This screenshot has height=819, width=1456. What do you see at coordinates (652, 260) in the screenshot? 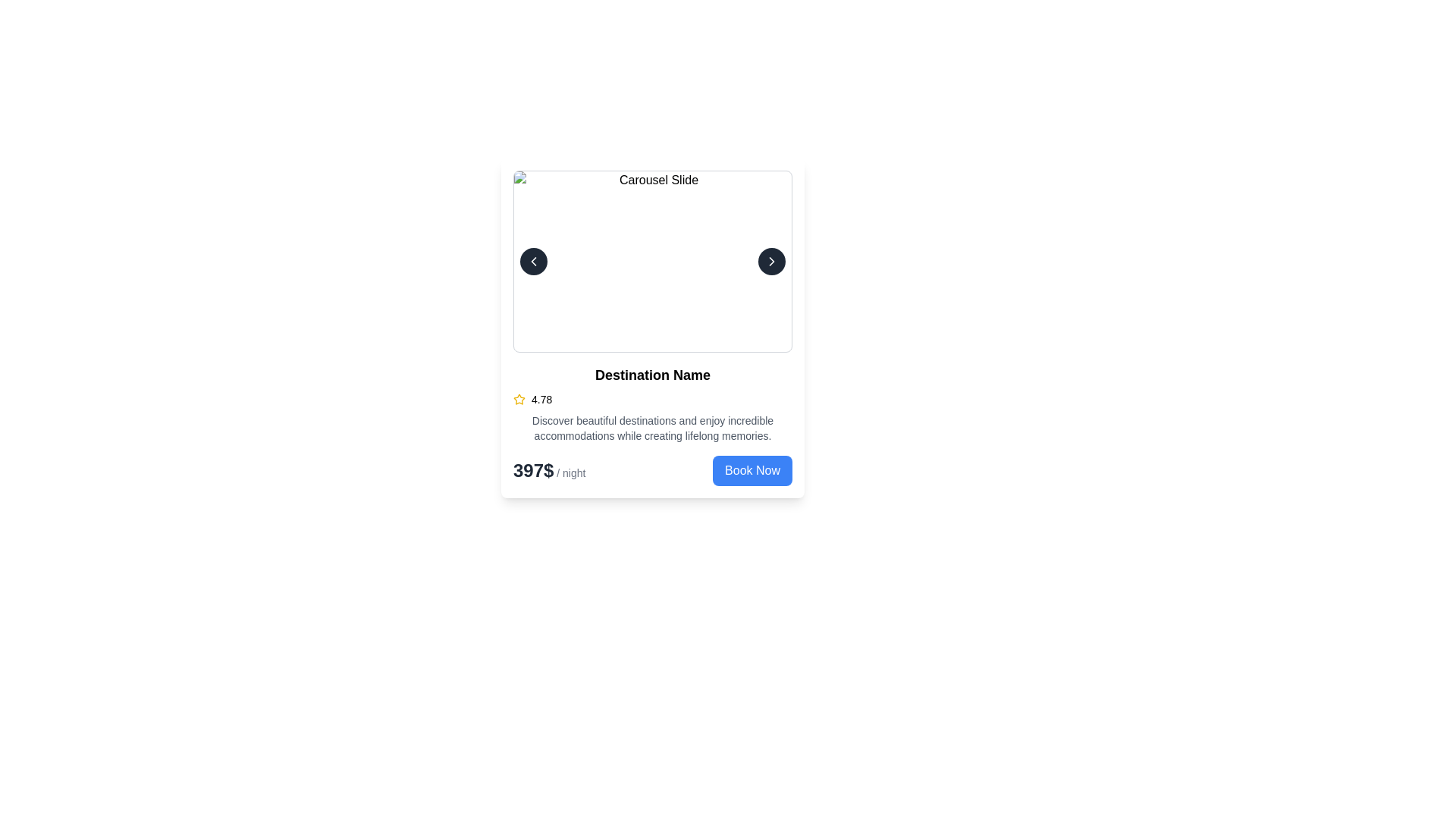
I see `the main image displayed in the carousel structure, which is bordered by interactive navigation buttons on both sides` at bounding box center [652, 260].